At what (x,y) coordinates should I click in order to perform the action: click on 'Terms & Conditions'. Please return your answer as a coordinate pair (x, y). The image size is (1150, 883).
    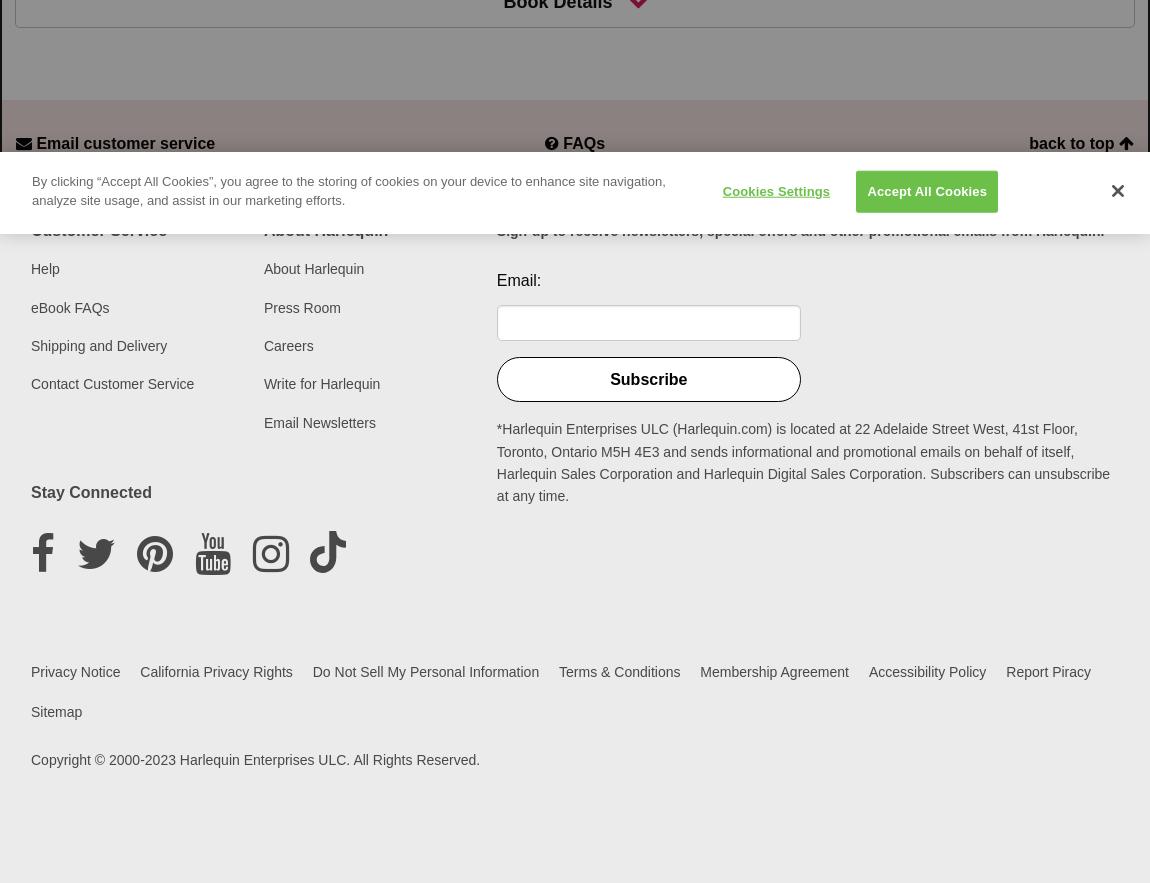
    Looking at the image, I should click on (618, 669).